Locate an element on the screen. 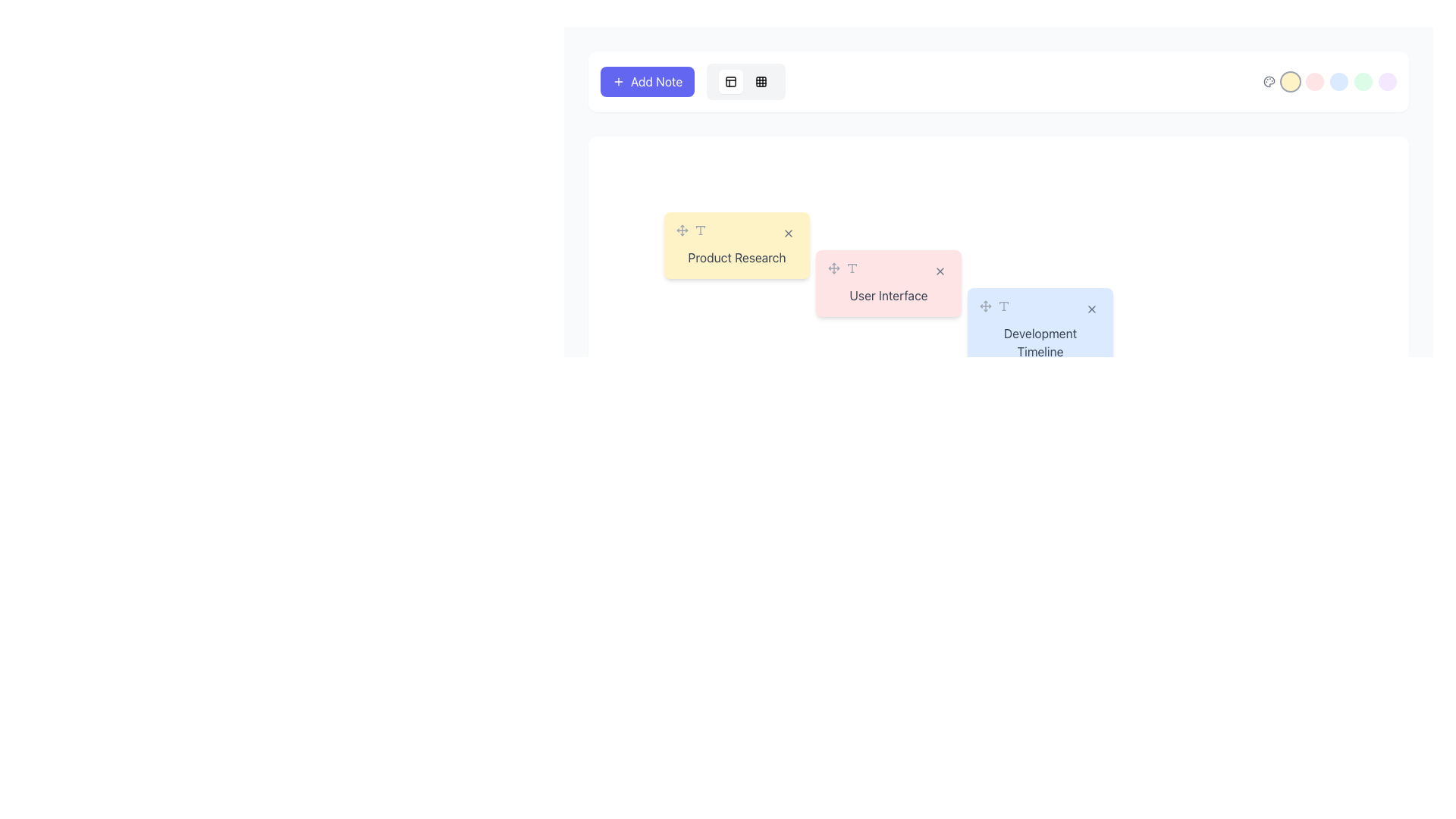  the interactive circular button with an 'X' icon inside it, located at the top-right corner of the 'Development Timeline' card is located at coordinates (1092, 309).